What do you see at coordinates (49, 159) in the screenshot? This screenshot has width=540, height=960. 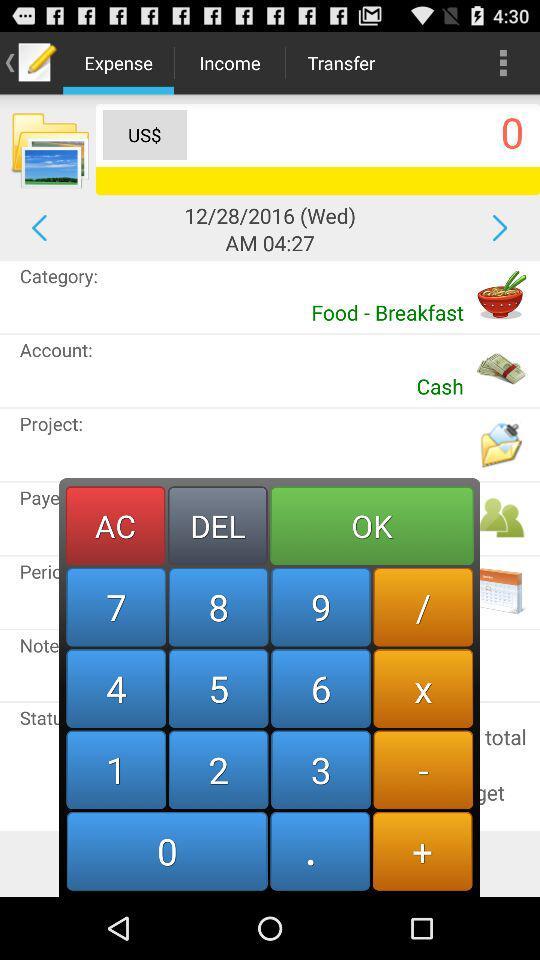 I see `the folder icon` at bounding box center [49, 159].